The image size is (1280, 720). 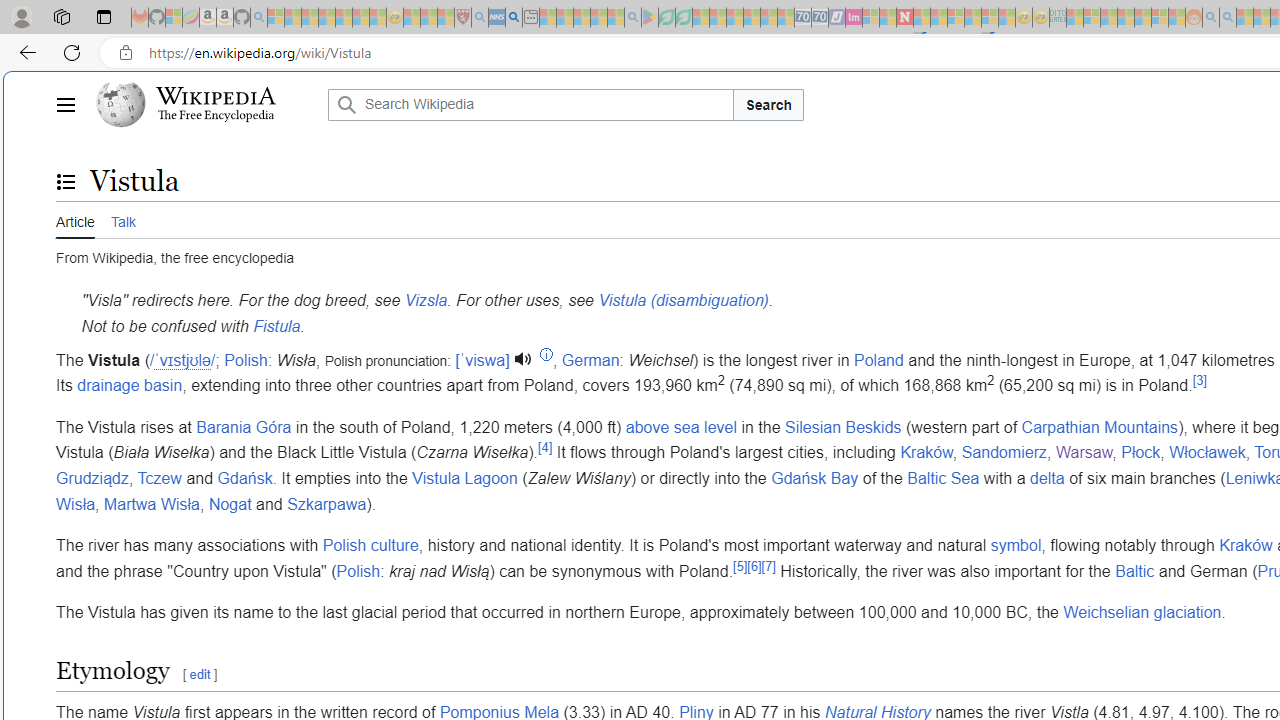 What do you see at coordinates (1090, 17) in the screenshot?
I see `'Microsoft account | Privacy - Sleeping'` at bounding box center [1090, 17].